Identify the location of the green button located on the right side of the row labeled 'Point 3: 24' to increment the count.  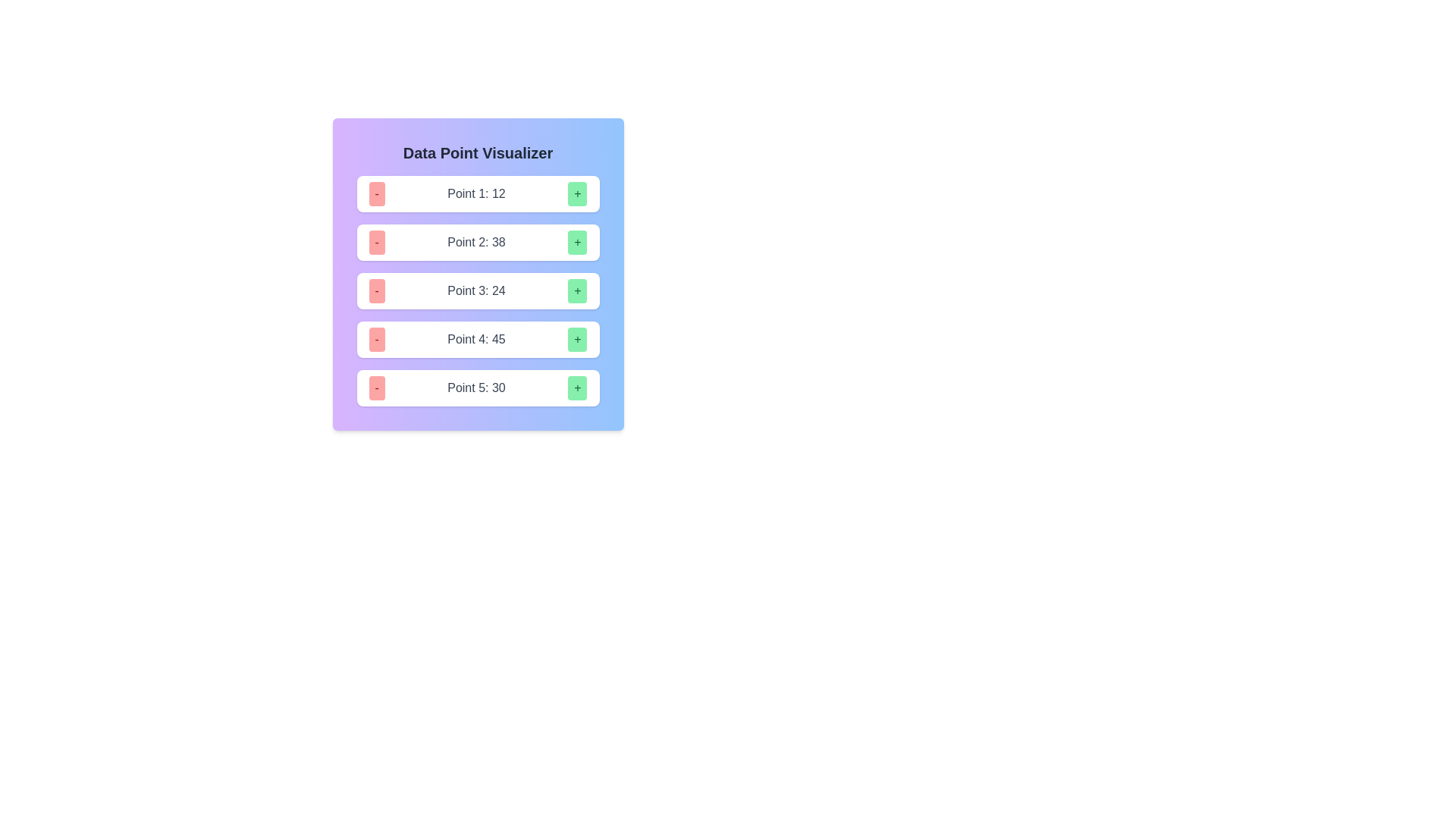
(576, 291).